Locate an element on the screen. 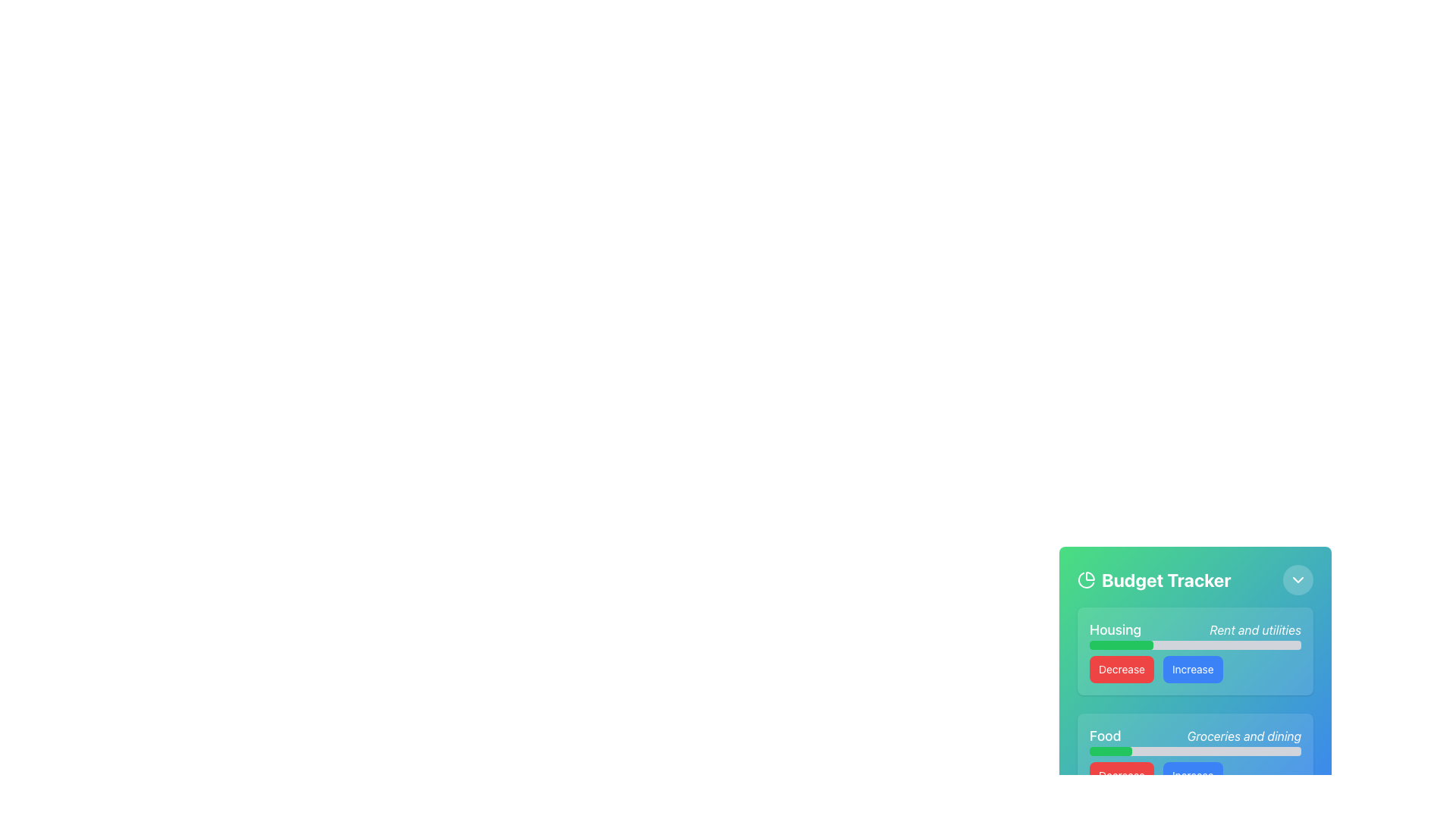  the 'Decrease' button in the 'Housing' section of the 'Budget Tracker' interface to interact with any hover effects is located at coordinates (1122, 669).